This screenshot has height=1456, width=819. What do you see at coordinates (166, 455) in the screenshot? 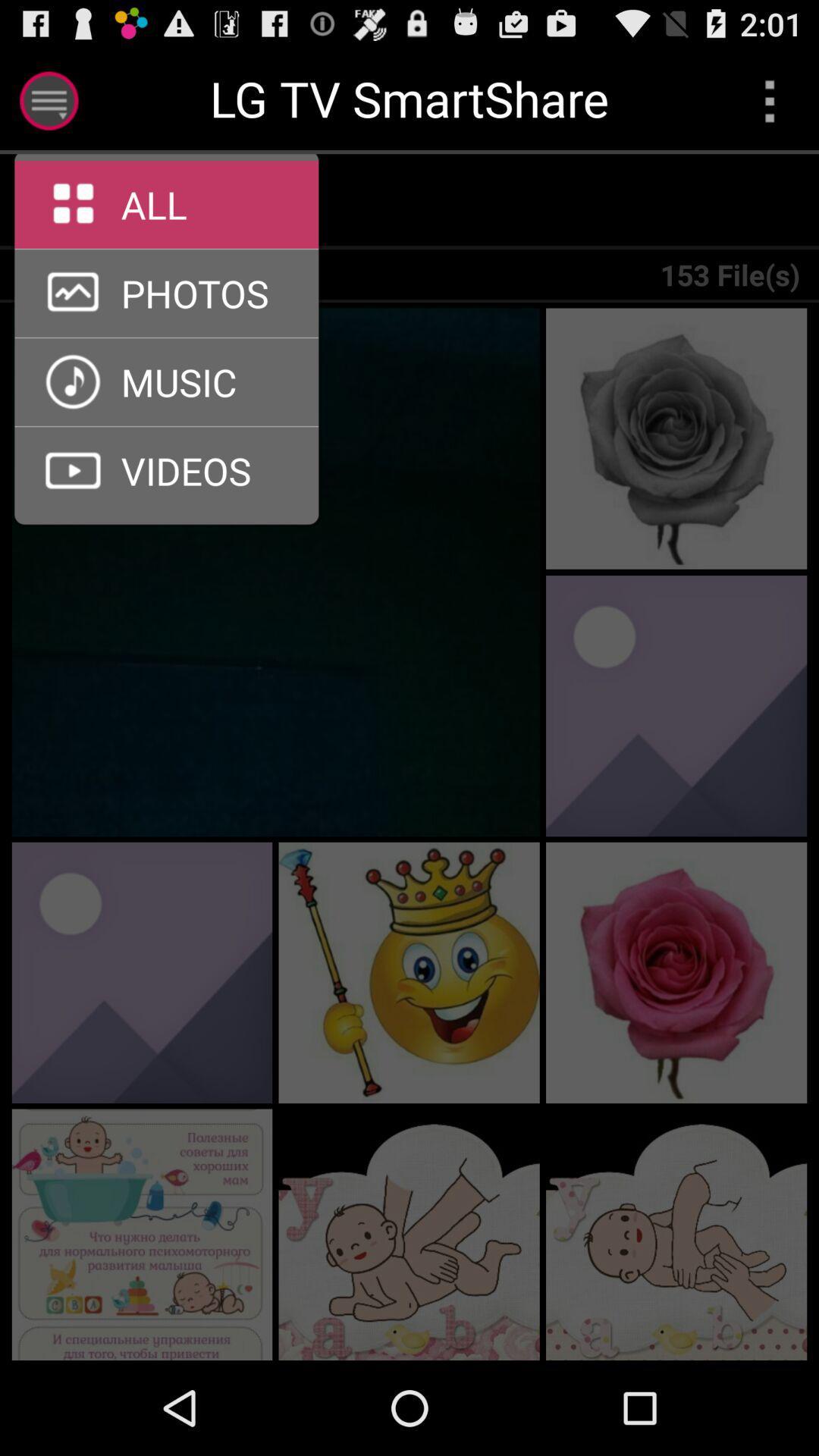
I see `the arrow_forward icon` at bounding box center [166, 455].